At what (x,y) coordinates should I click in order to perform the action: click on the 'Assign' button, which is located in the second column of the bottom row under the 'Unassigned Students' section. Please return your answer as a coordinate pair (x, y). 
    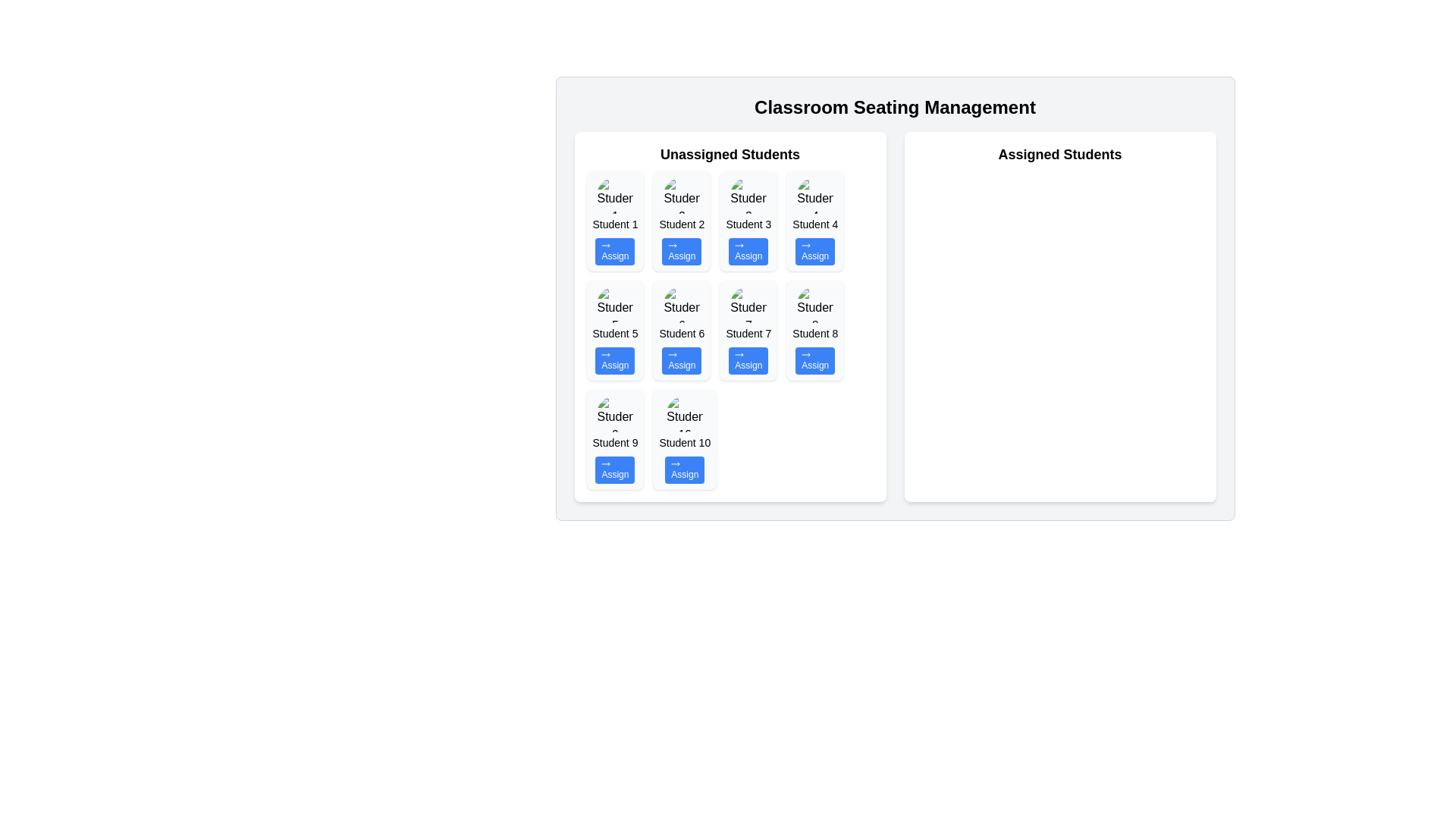
    Looking at the image, I should click on (672, 354).